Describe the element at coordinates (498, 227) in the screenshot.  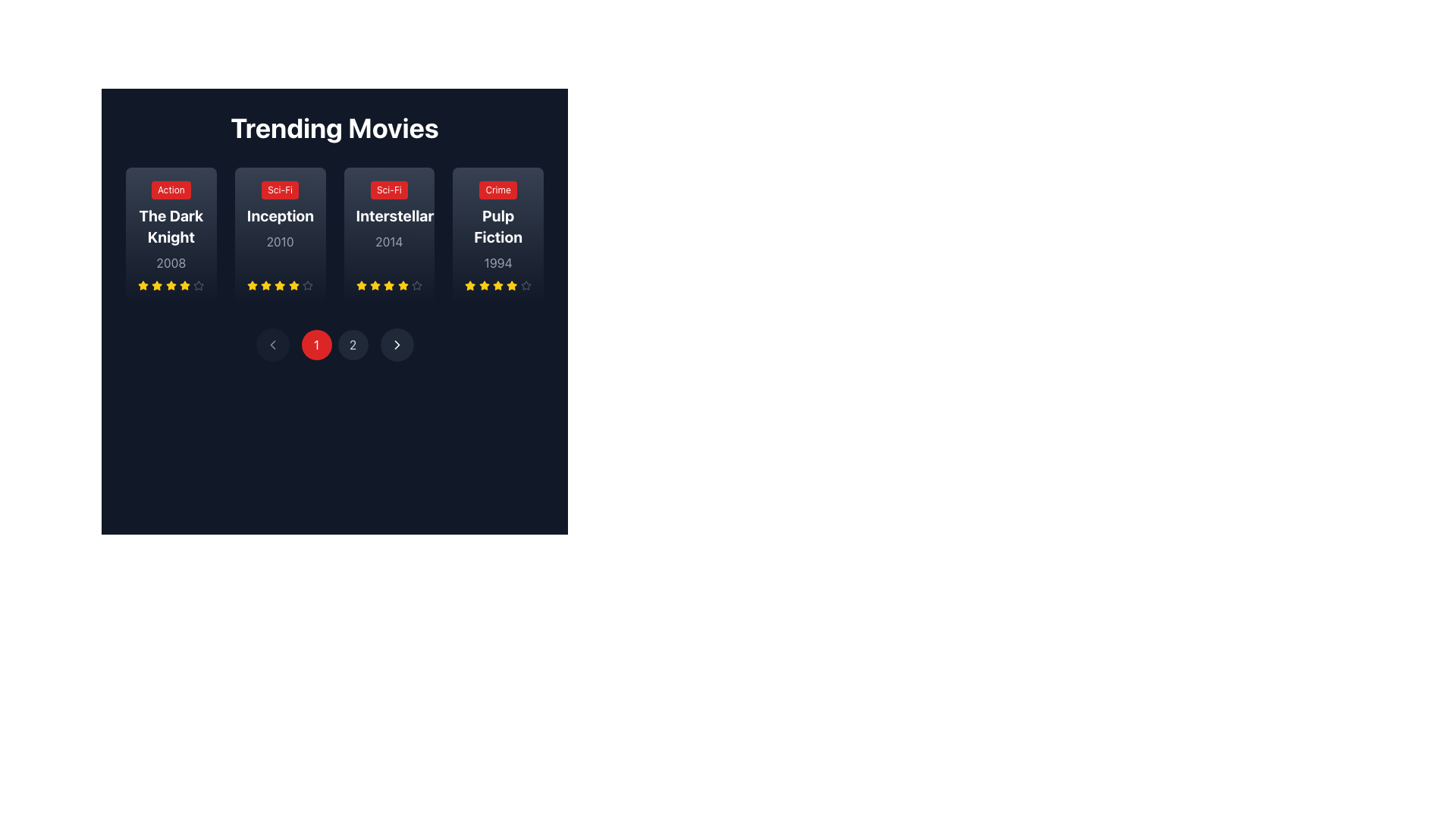
I see `the bolded text label displaying the movie title 'Pulp Fiction', which is centrally located within its card layout, below the red tag labeled 'Crime' and above the year '1994'` at that location.